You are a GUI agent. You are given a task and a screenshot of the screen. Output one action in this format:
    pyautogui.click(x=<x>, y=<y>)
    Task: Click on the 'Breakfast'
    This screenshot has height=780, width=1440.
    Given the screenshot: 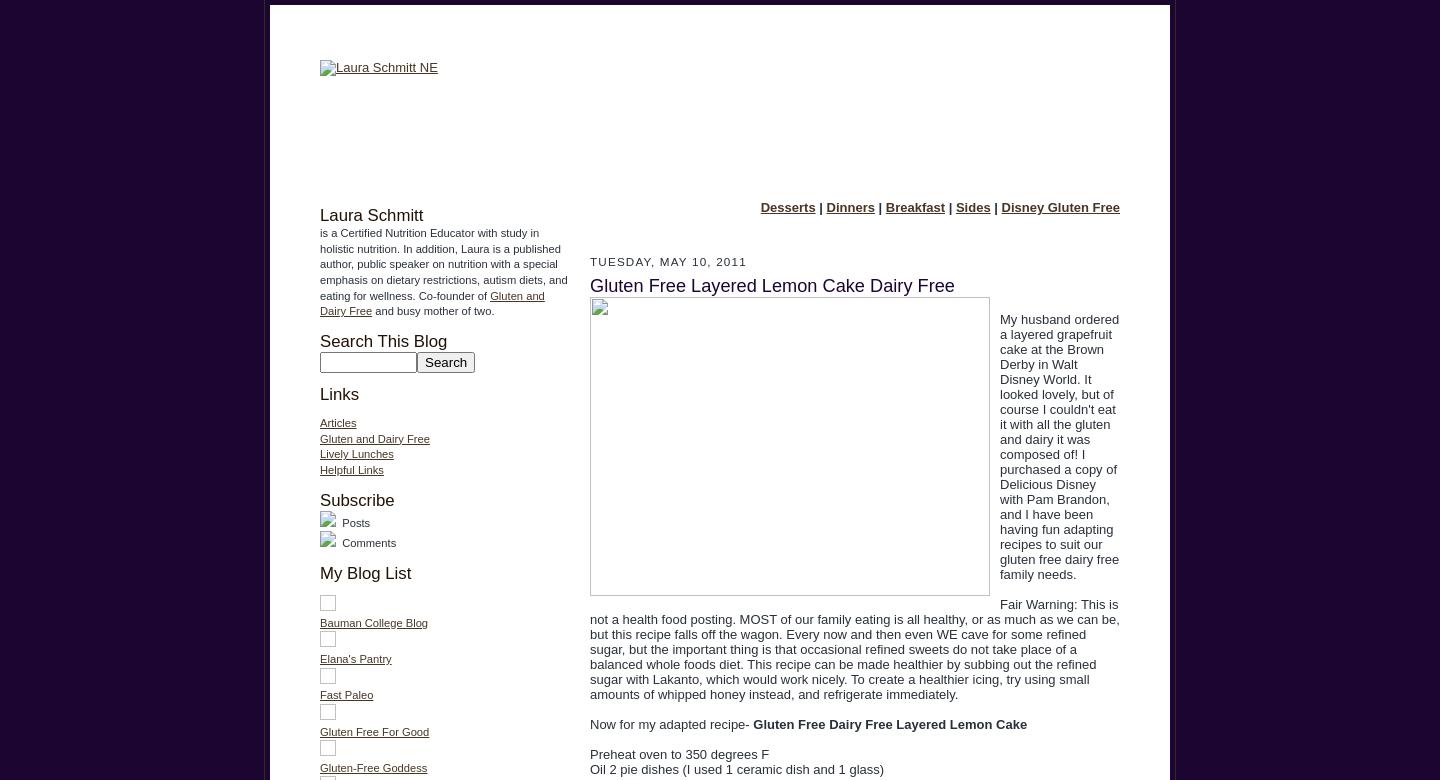 What is the action you would take?
    pyautogui.click(x=914, y=207)
    